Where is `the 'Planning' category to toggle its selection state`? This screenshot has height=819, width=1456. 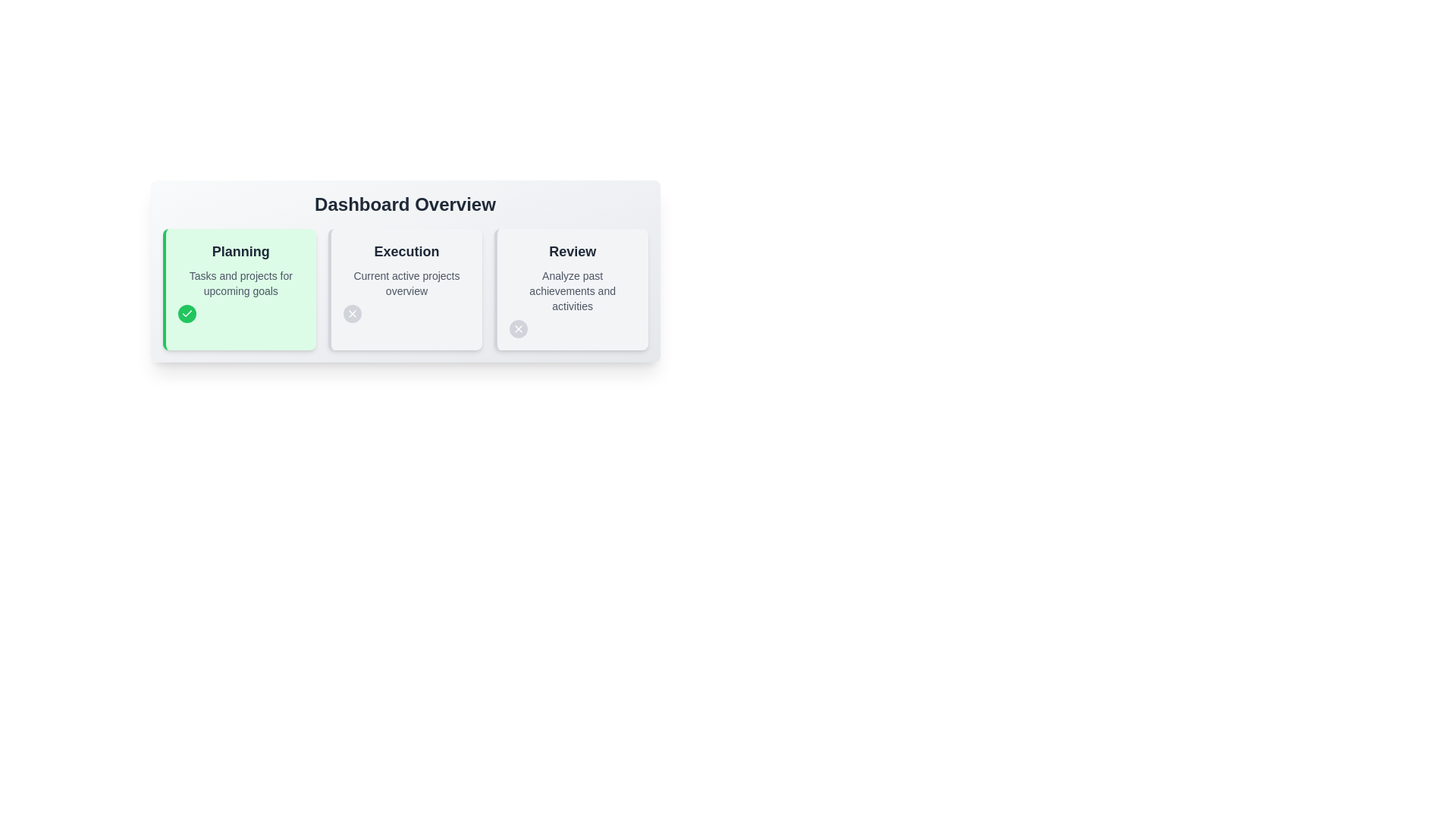 the 'Planning' category to toggle its selection state is located at coordinates (240, 250).